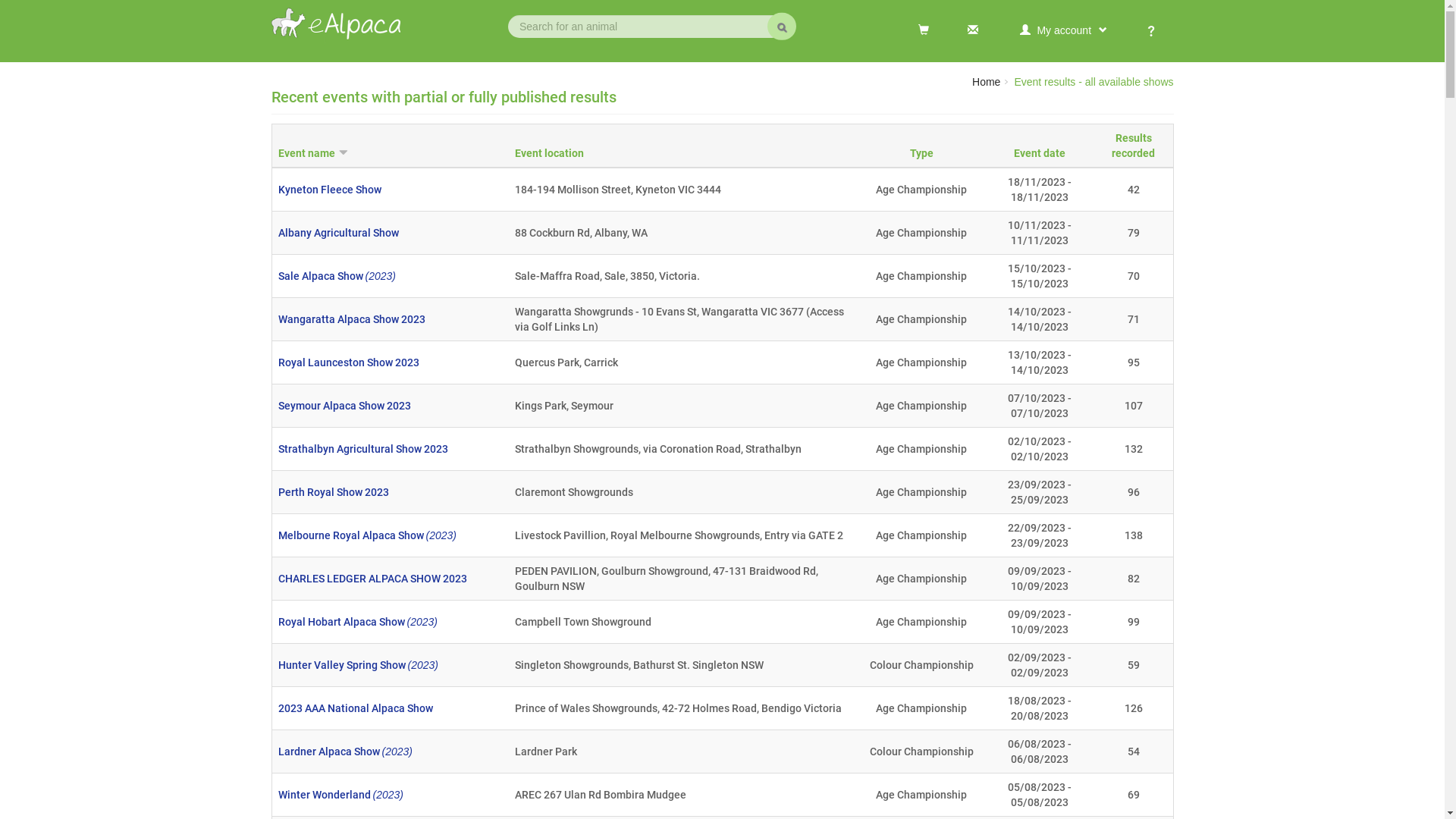 This screenshot has width=1456, height=819. What do you see at coordinates (277, 579) in the screenshot?
I see `'CHARLES LEDGER ALPACA SHOW 2023'` at bounding box center [277, 579].